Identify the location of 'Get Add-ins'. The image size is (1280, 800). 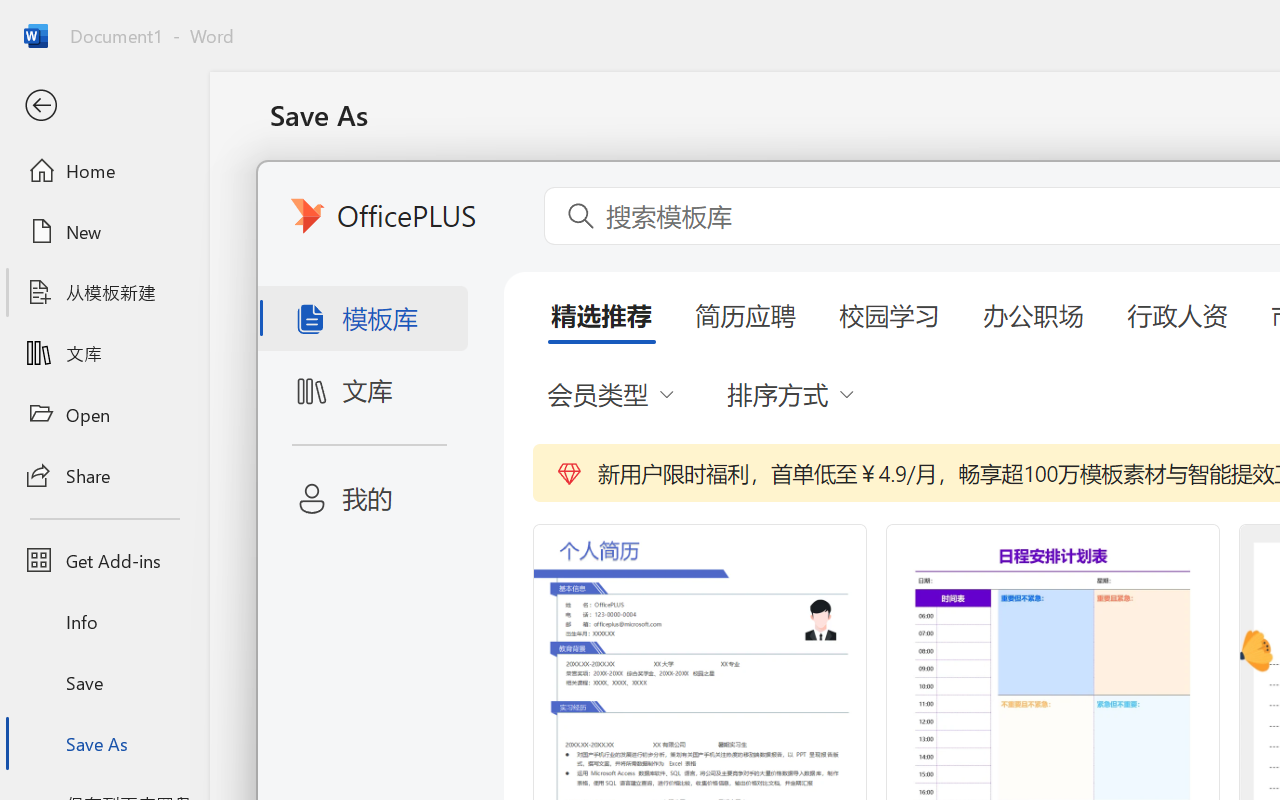
(103, 560).